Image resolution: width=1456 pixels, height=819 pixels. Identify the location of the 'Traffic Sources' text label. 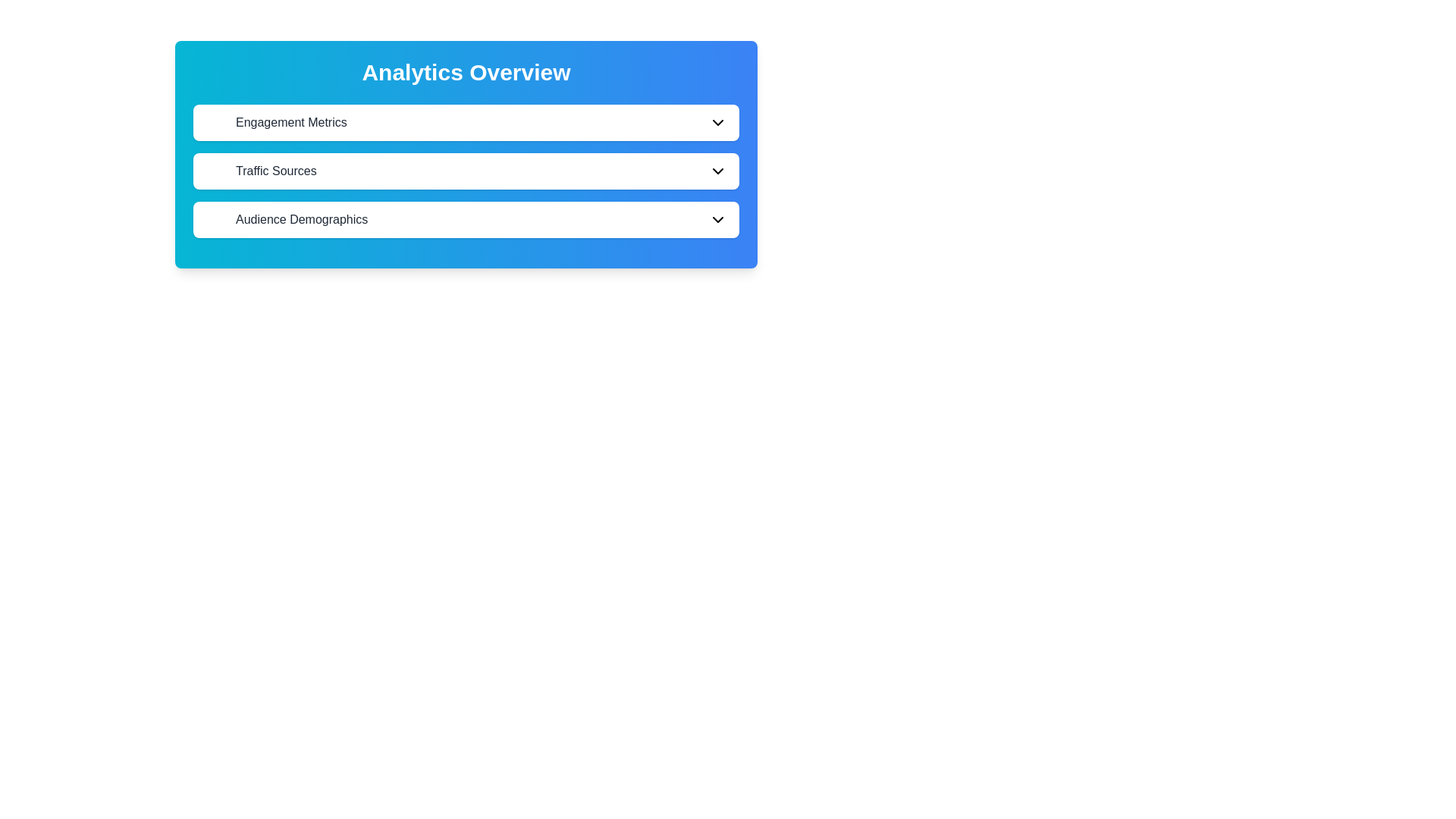
(261, 171).